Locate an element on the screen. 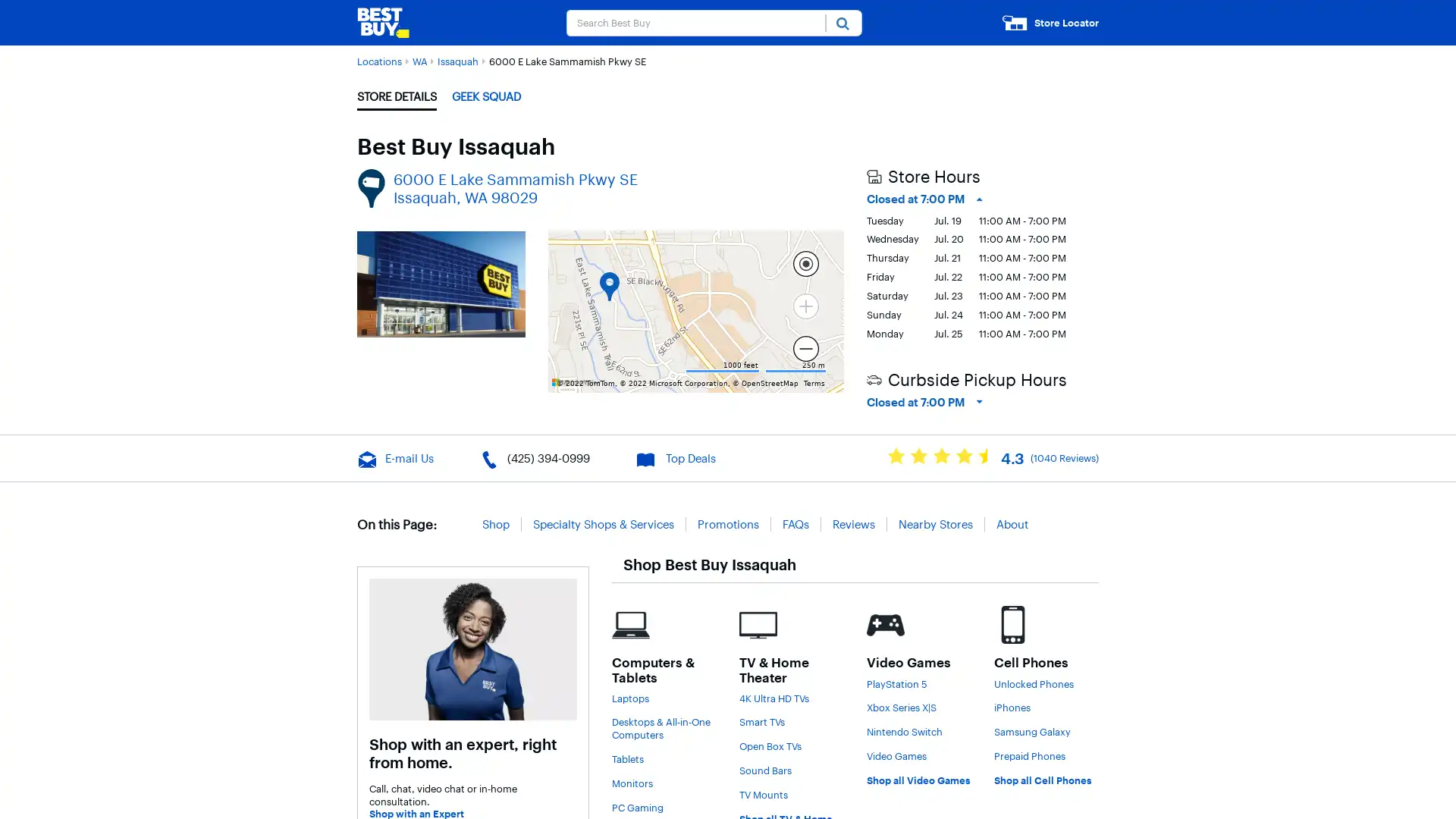 Image resolution: width=1456 pixels, height=819 pixels. Current Level 15, Zoom In Zoom in Disabled is located at coordinates (805, 305).